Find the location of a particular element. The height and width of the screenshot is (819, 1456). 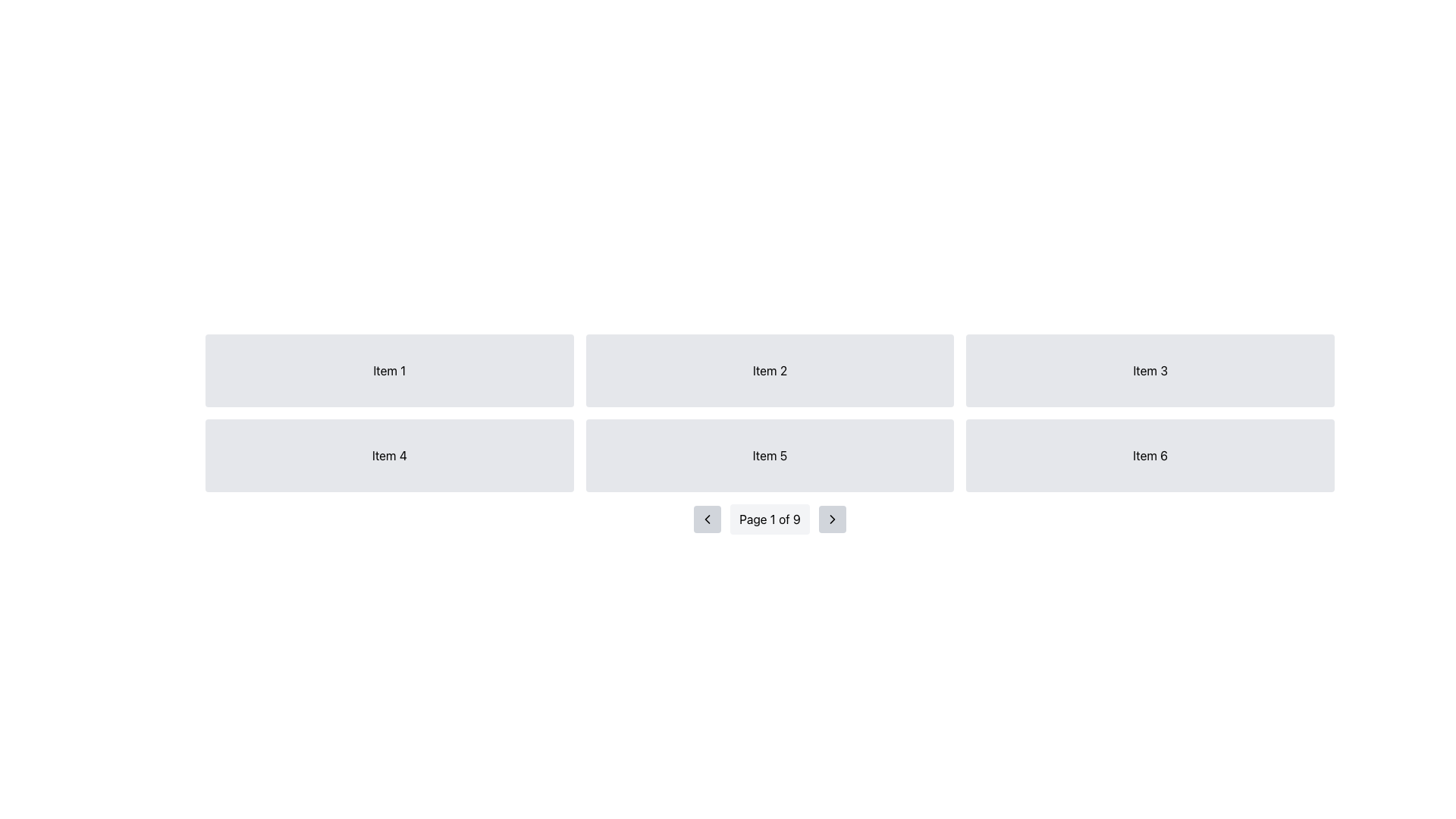

the static box labeled 'Item 3' with a light gray background and rounded corners, which is the third element in the top row of a grid layout is located at coordinates (1150, 371).